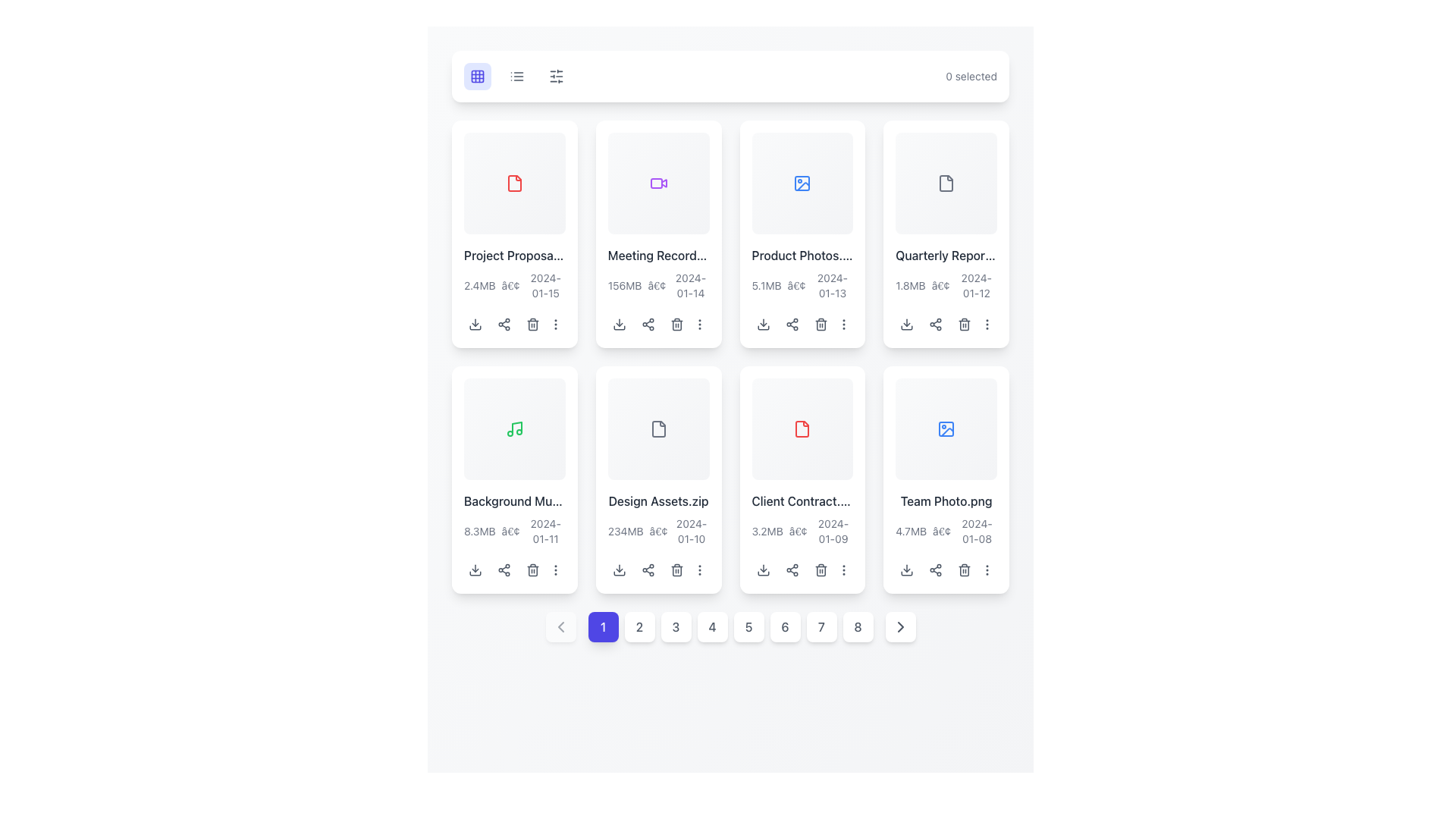  What do you see at coordinates (545, 530) in the screenshot?
I see `the date text displaying '2024-01-11' located below the 'Background Music' card in the grid layout` at bounding box center [545, 530].